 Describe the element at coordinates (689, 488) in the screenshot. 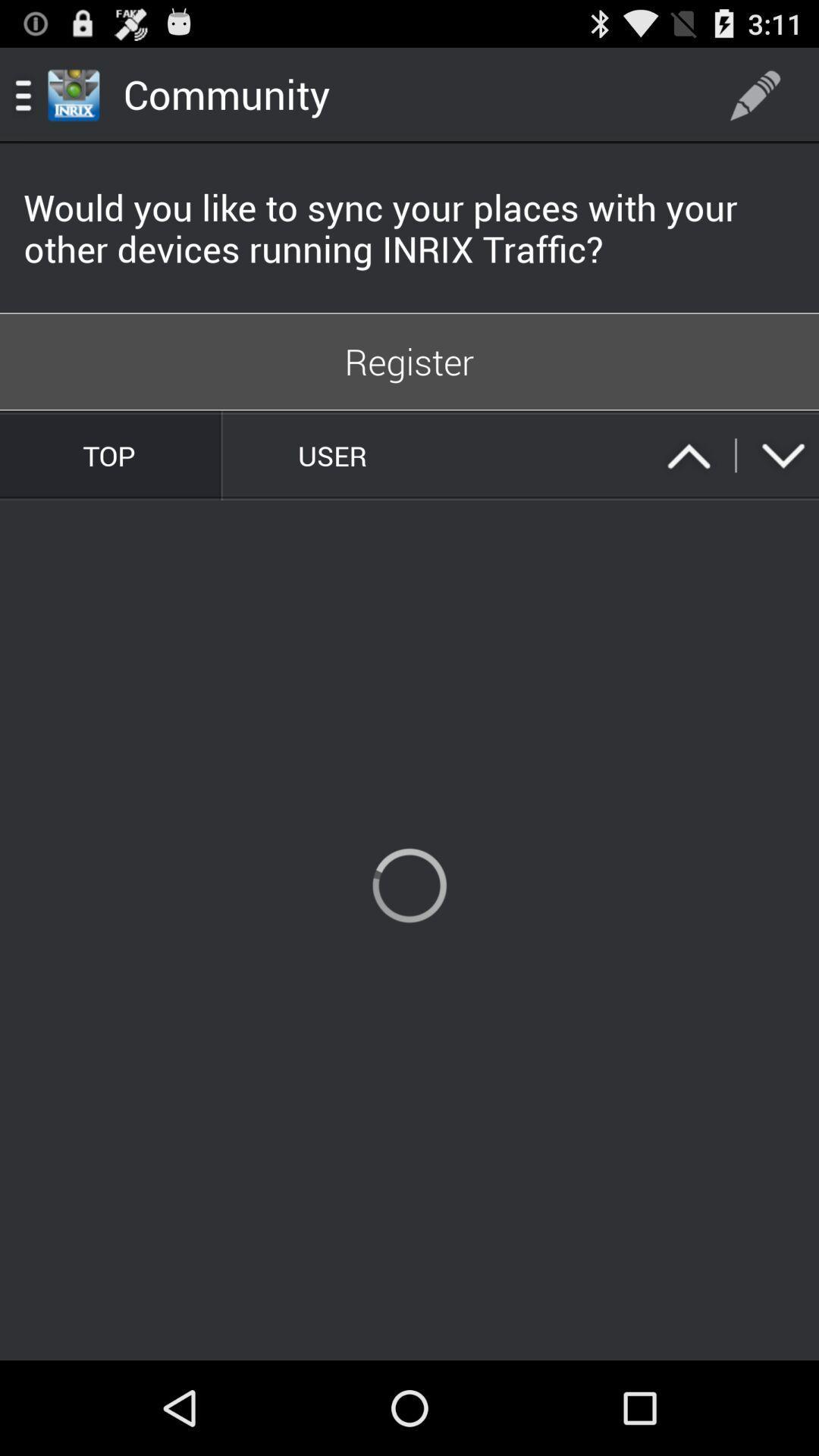

I see `the expand_less icon` at that location.